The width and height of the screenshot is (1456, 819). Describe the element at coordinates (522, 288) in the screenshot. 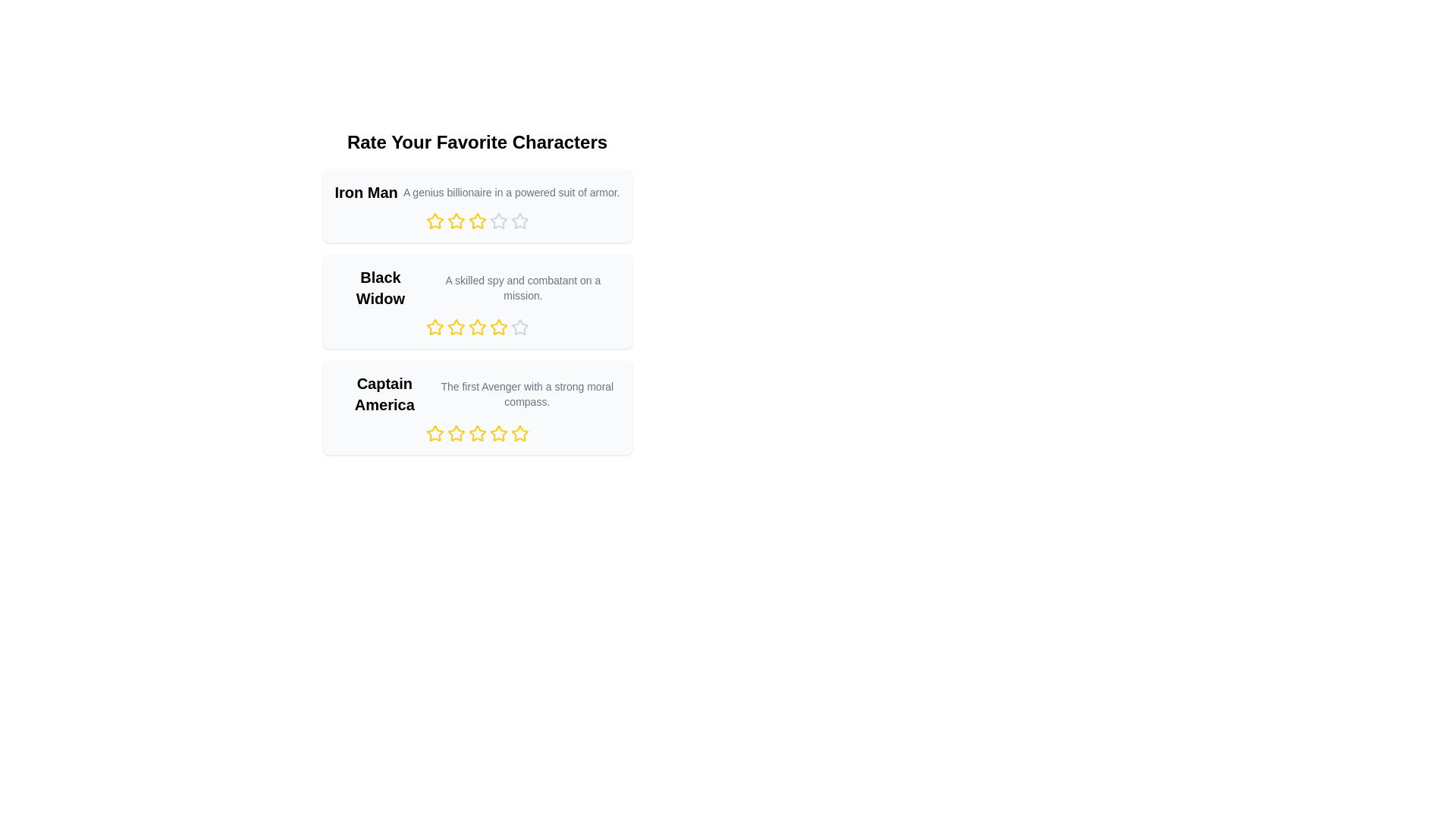

I see `the static text element stating 'A skilled spy and combatant on a mission.' which is positioned below the character name 'Black Widow.'` at that location.